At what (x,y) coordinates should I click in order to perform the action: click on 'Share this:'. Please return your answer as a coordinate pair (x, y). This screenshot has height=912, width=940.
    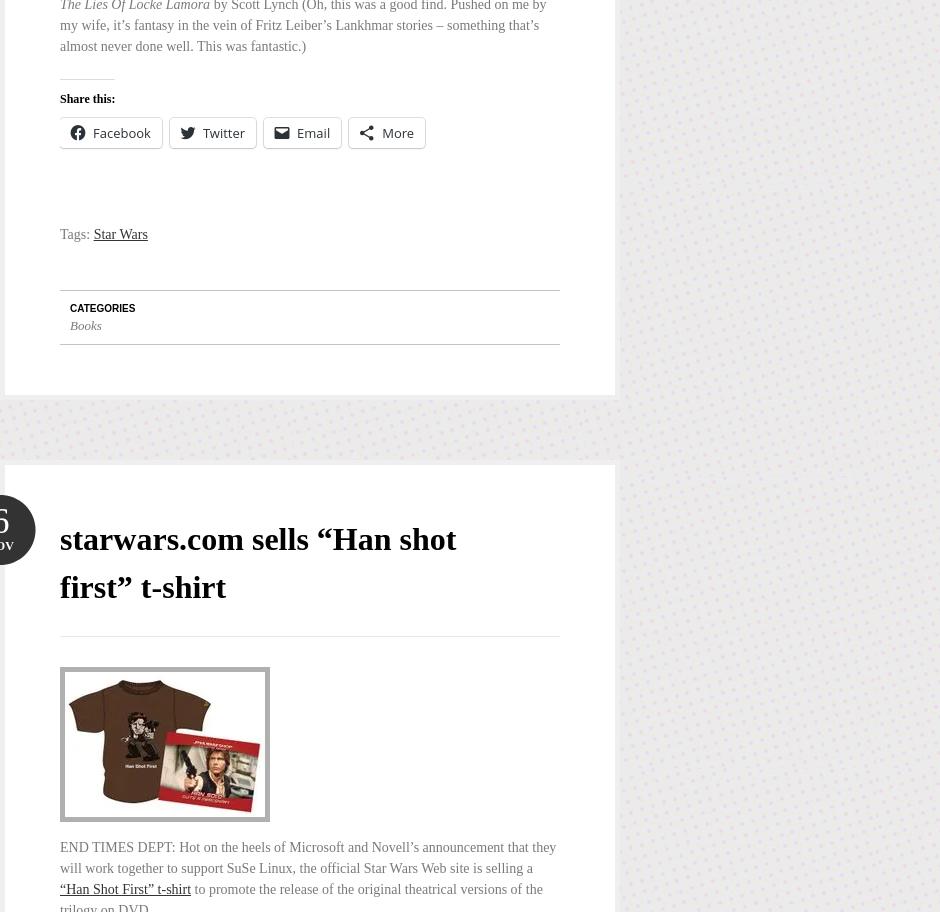
    Looking at the image, I should click on (87, 99).